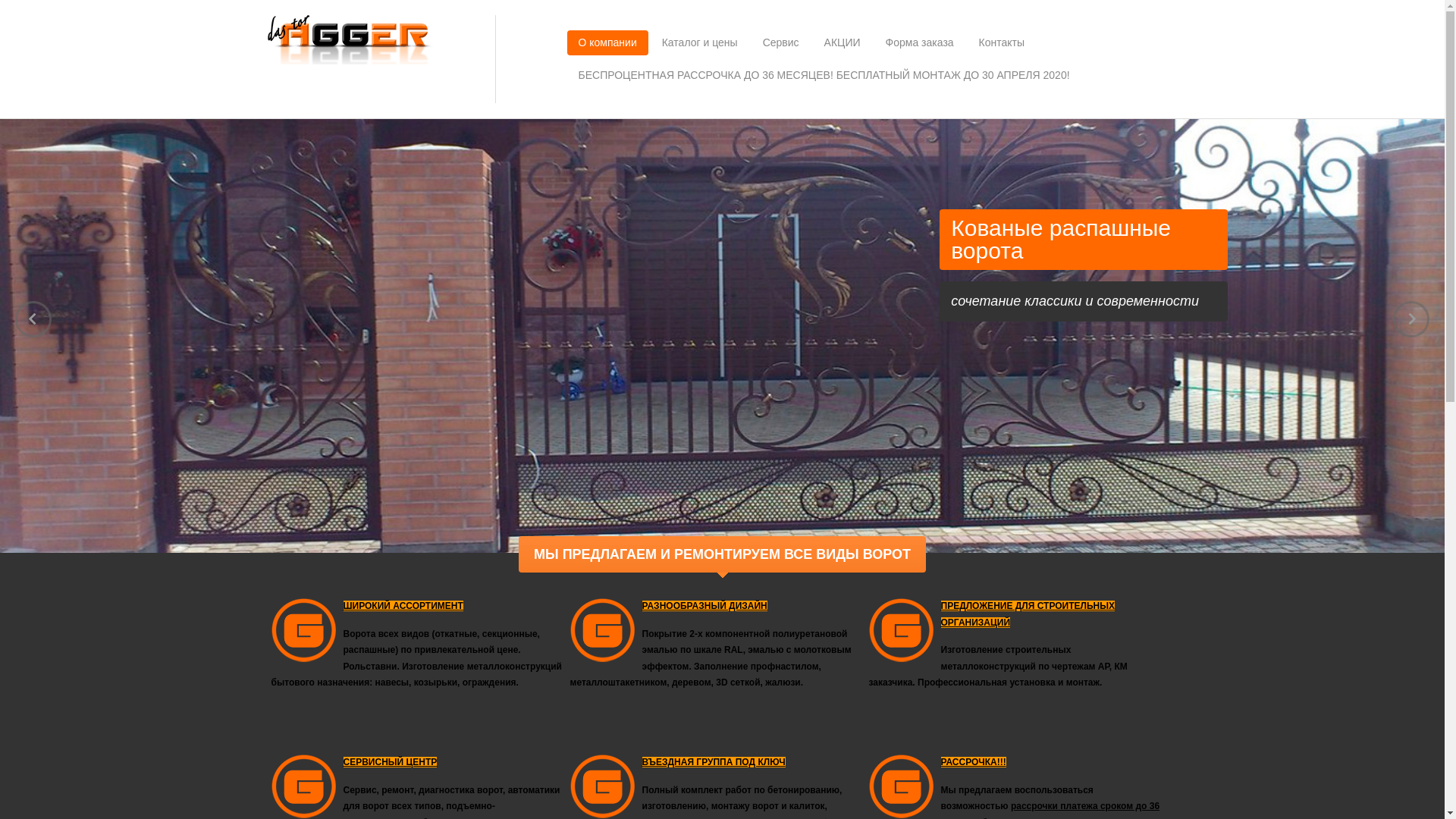 The image size is (1456, 819). Describe the element at coordinates (33, 318) in the screenshot. I see `'prev'` at that location.